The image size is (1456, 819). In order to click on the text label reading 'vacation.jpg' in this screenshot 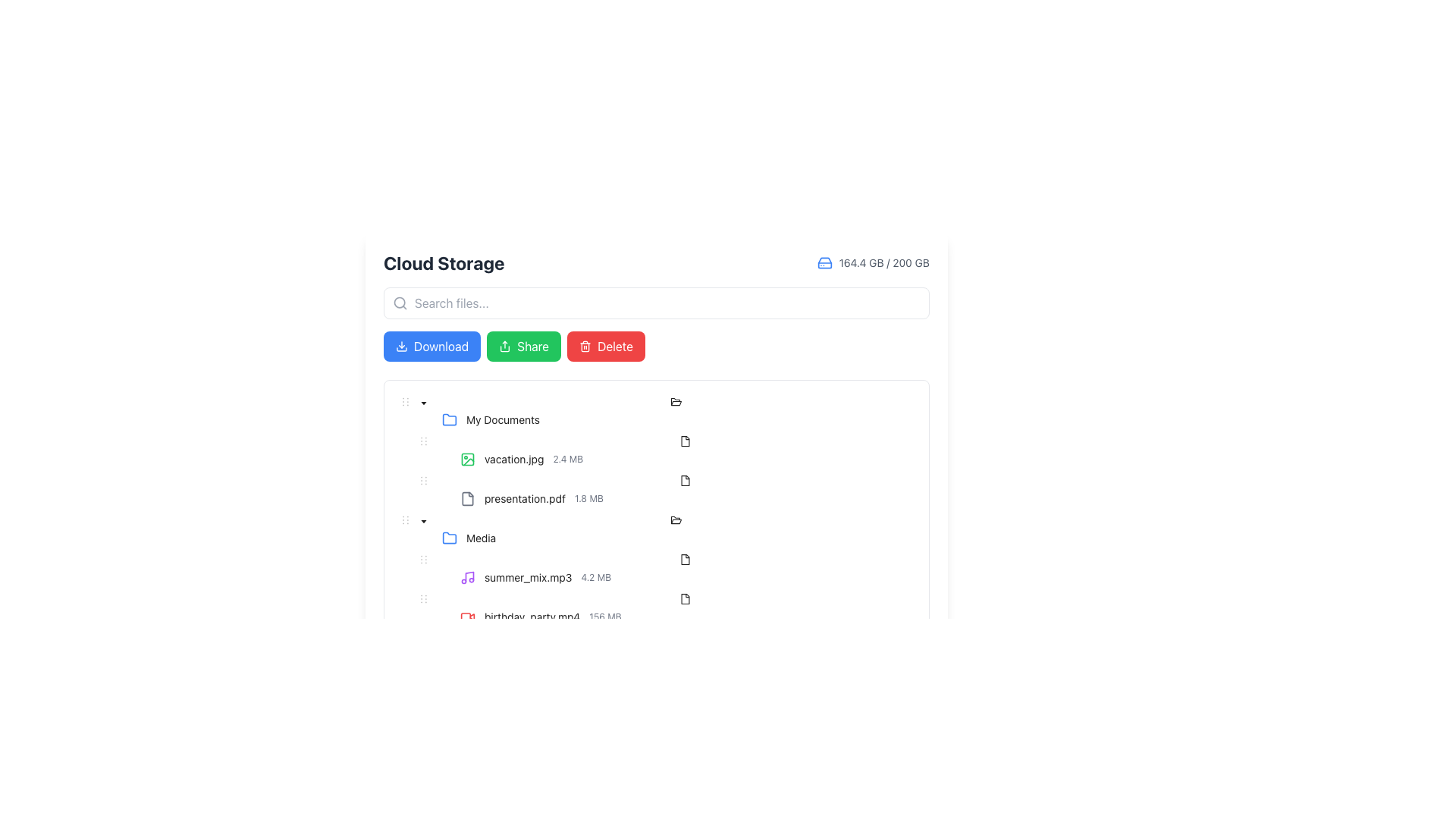, I will do `click(514, 458)`.